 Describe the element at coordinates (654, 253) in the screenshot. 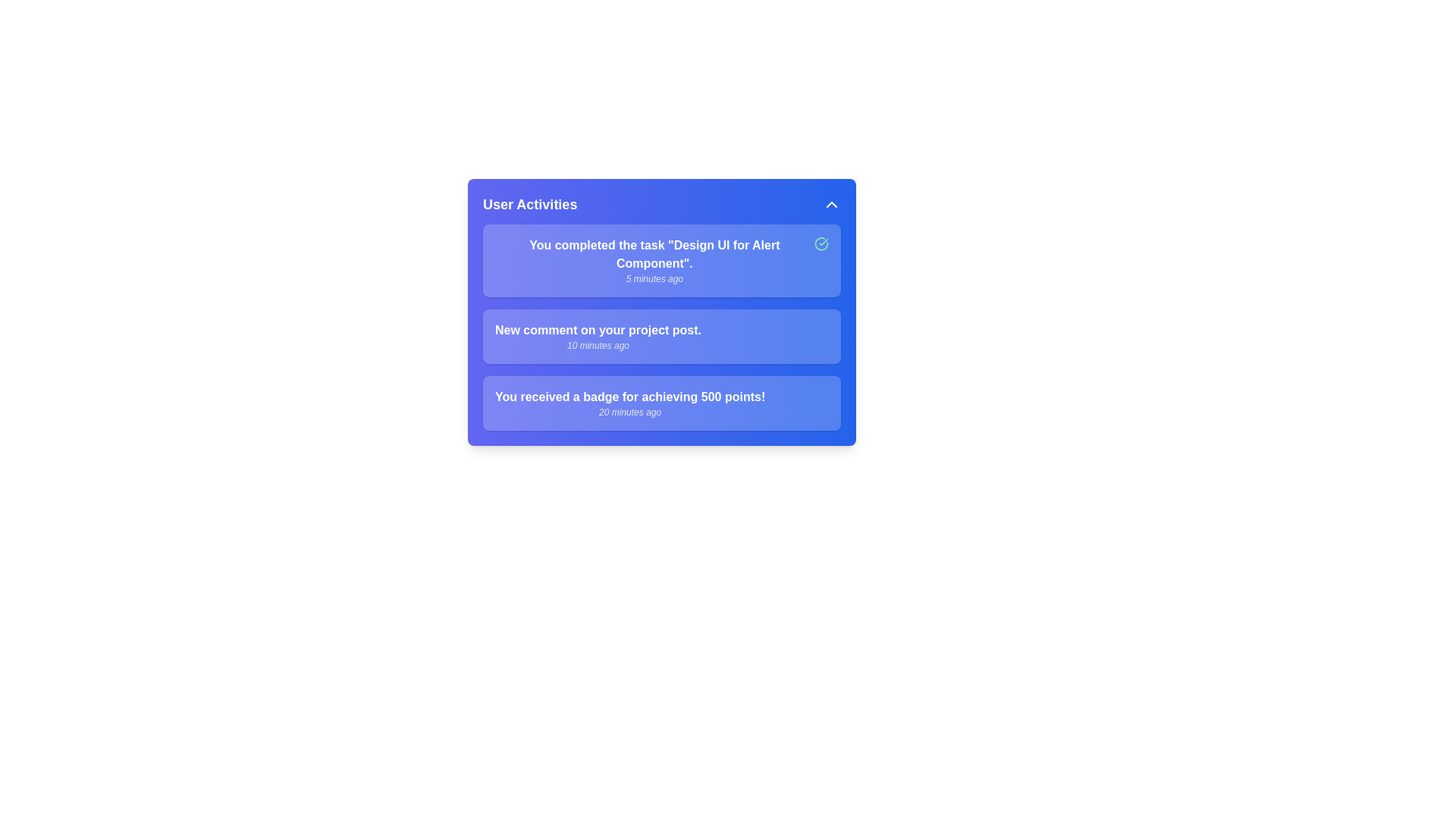

I see `the text label that displays 'You completed the task "Design UI for Alert Component".' which is styled in bold white on a gradient blue card` at that location.